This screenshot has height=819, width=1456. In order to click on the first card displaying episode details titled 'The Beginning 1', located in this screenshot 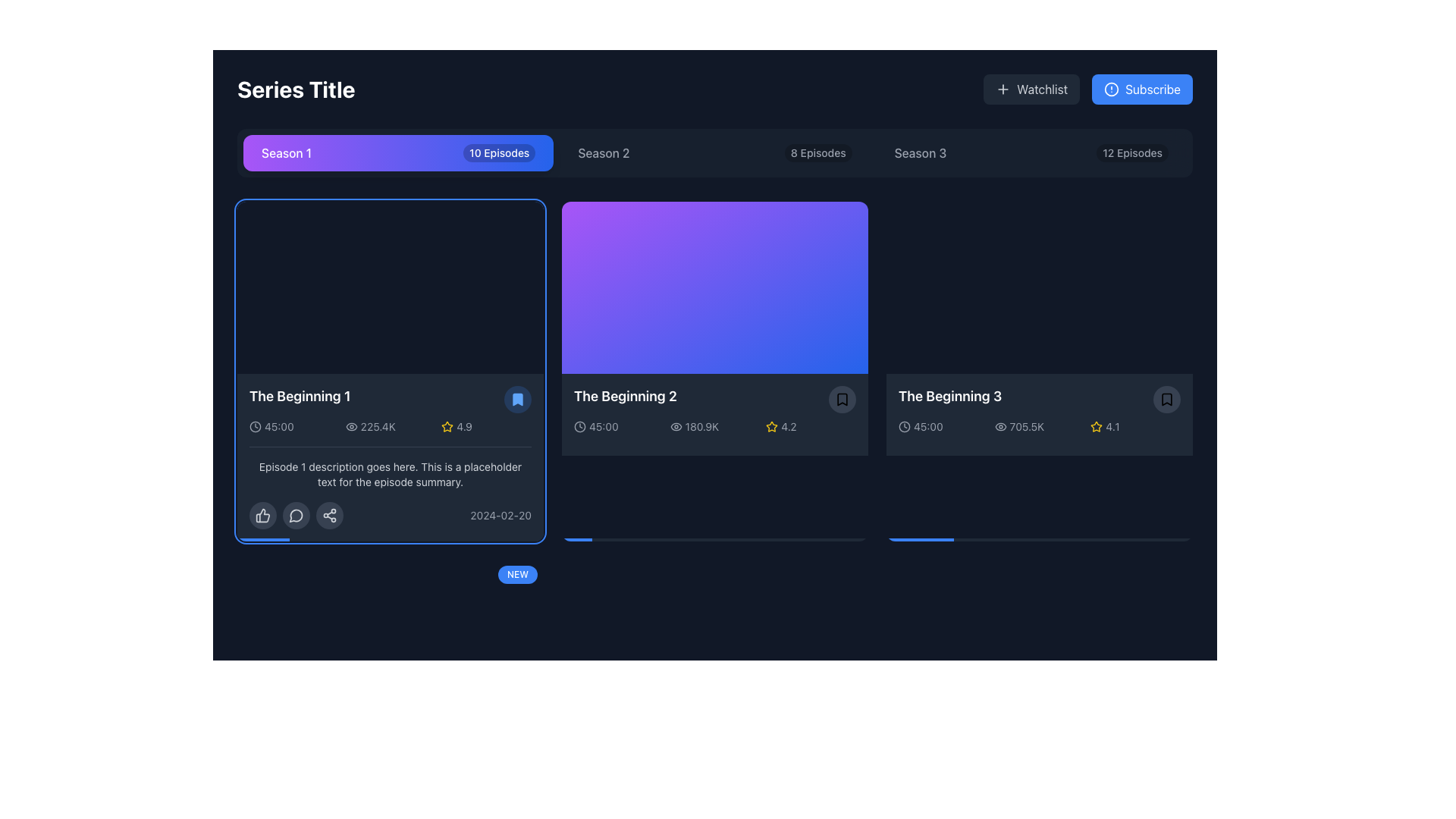, I will do `click(390, 371)`.